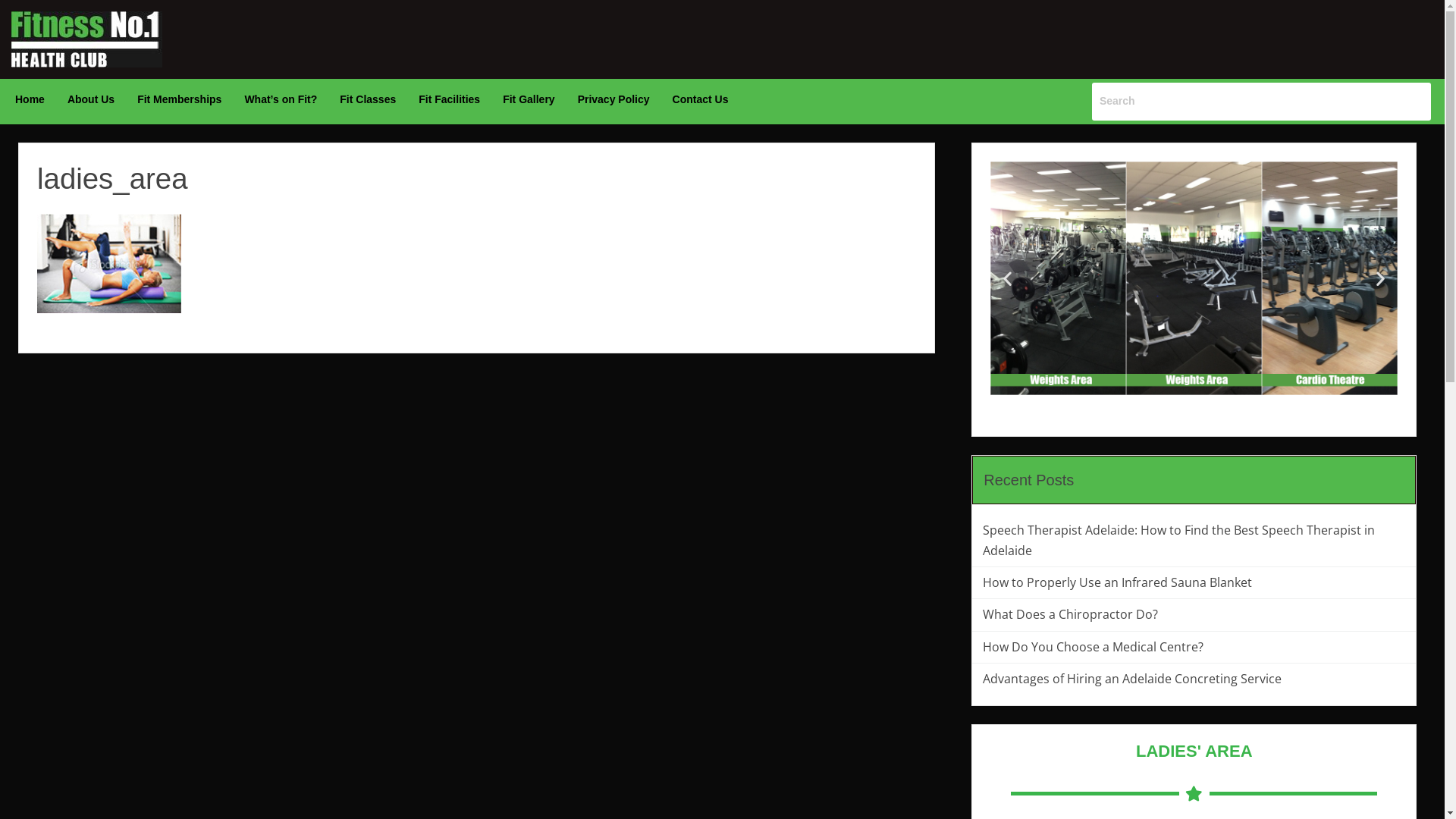  What do you see at coordinates (30, 99) in the screenshot?
I see `'Home'` at bounding box center [30, 99].